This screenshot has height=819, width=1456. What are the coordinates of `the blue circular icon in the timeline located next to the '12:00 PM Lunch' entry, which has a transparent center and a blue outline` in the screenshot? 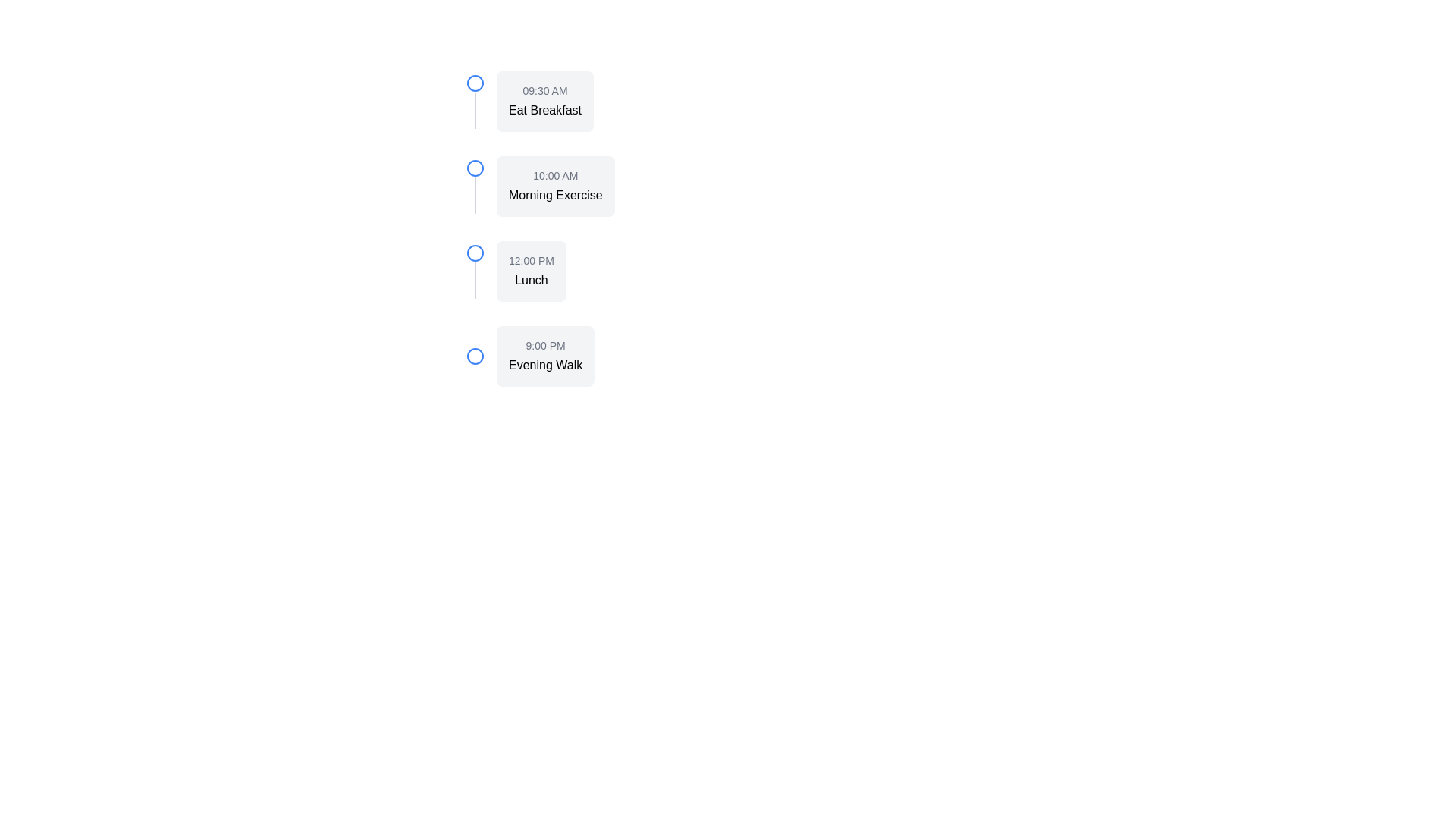 It's located at (475, 253).